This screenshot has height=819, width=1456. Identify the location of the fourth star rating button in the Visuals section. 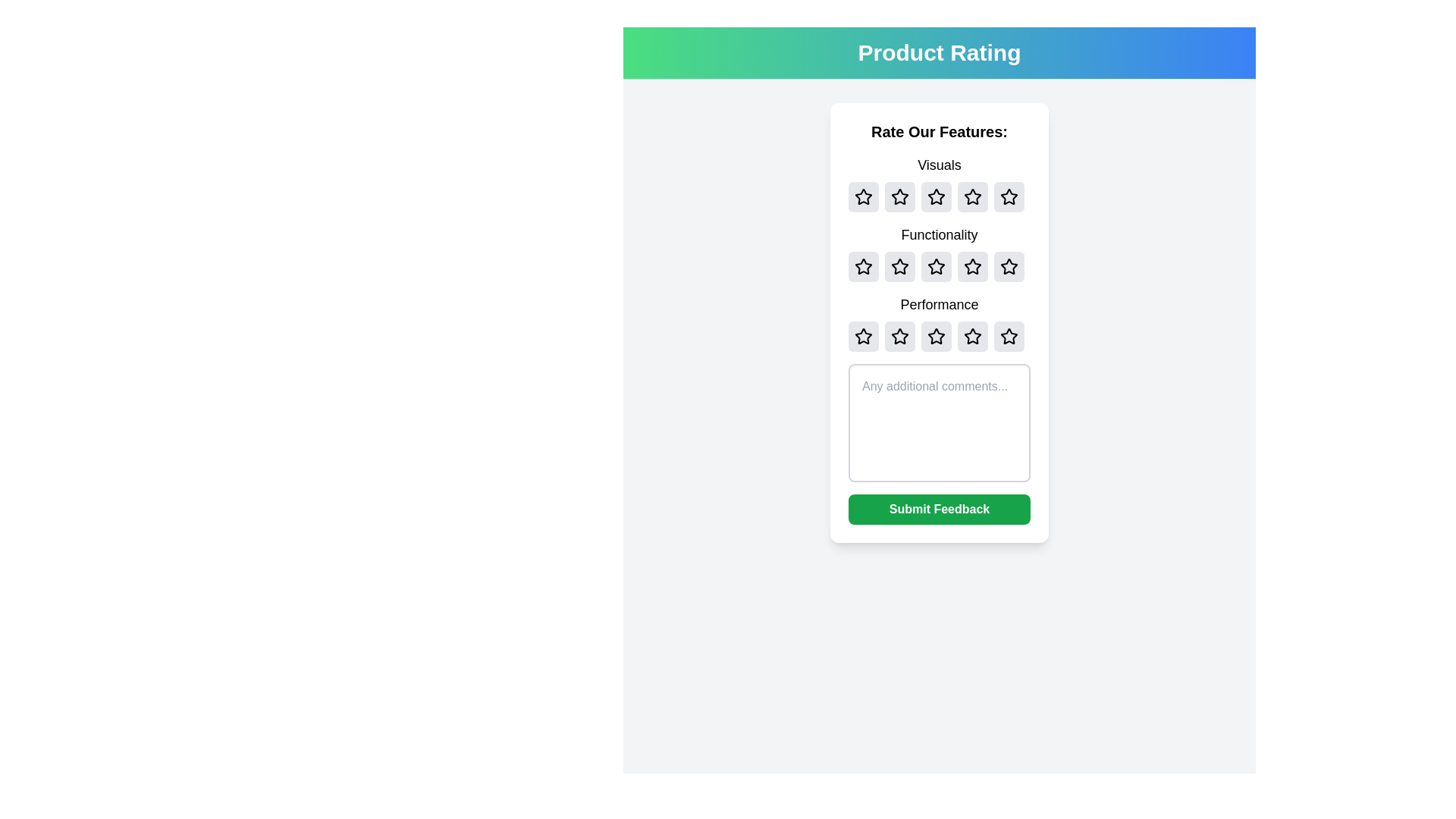
(972, 196).